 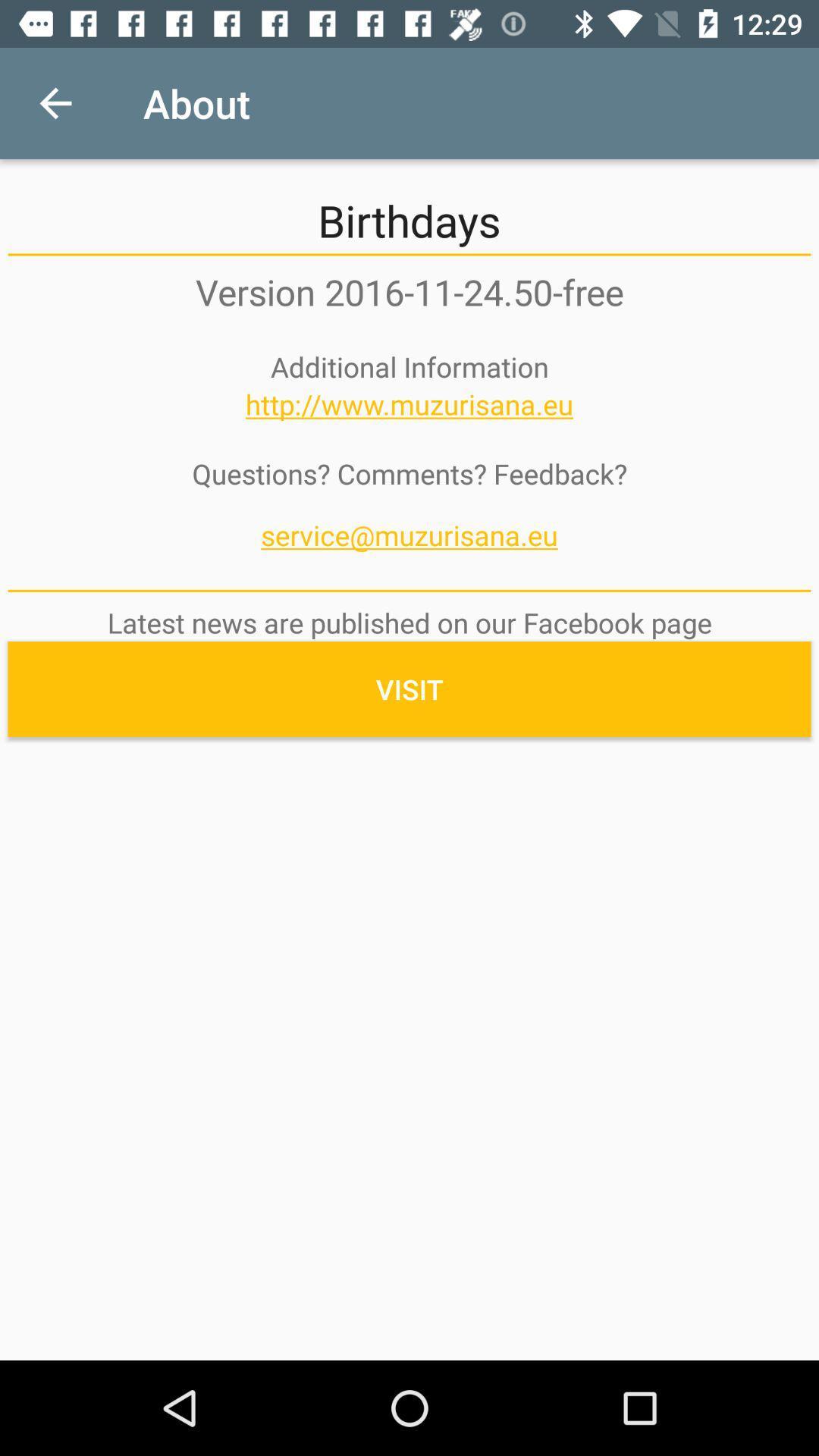 What do you see at coordinates (55, 102) in the screenshot?
I see `item next to the about icon` at bounding box center [55, 102].